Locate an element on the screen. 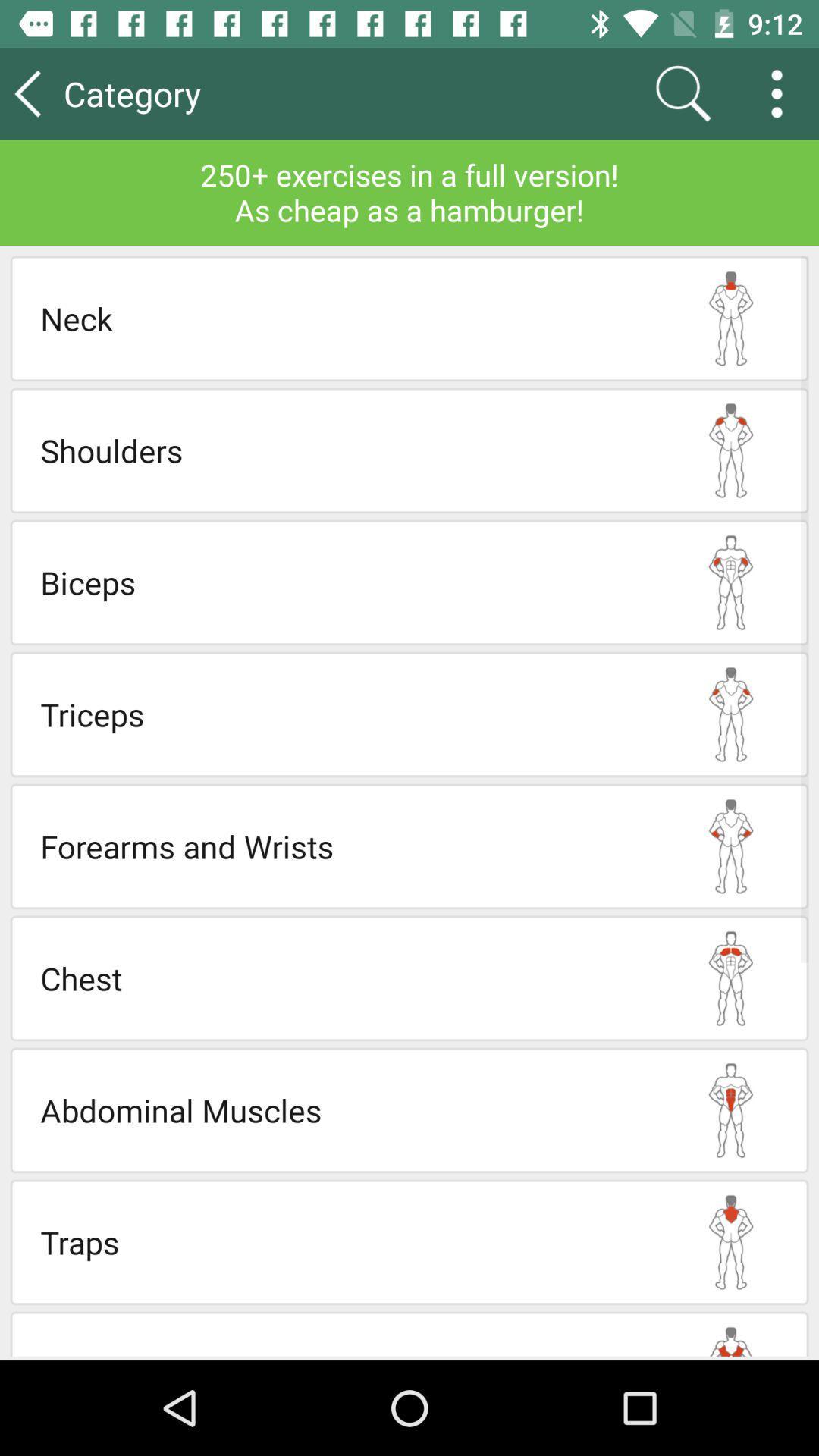 This screenshot has width=819, height=1456. category icon is located at coordinates (174, 93).